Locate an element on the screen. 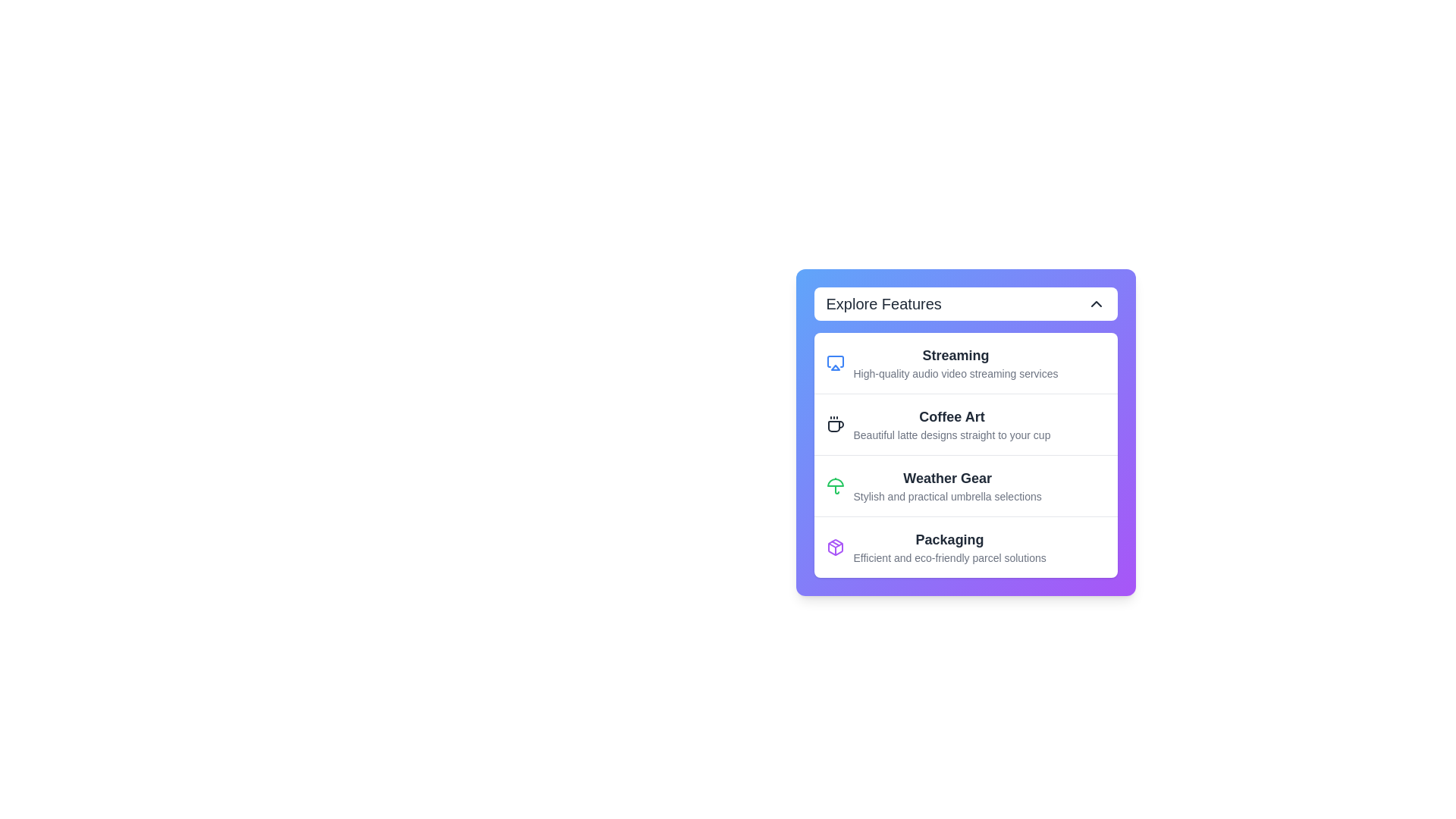 The image size is (1456, 819). the green umbrella icon located at the top-left corner of the 'Weather Gear' section in the 'Explore Features' menu is located at coordinates (834, 485).